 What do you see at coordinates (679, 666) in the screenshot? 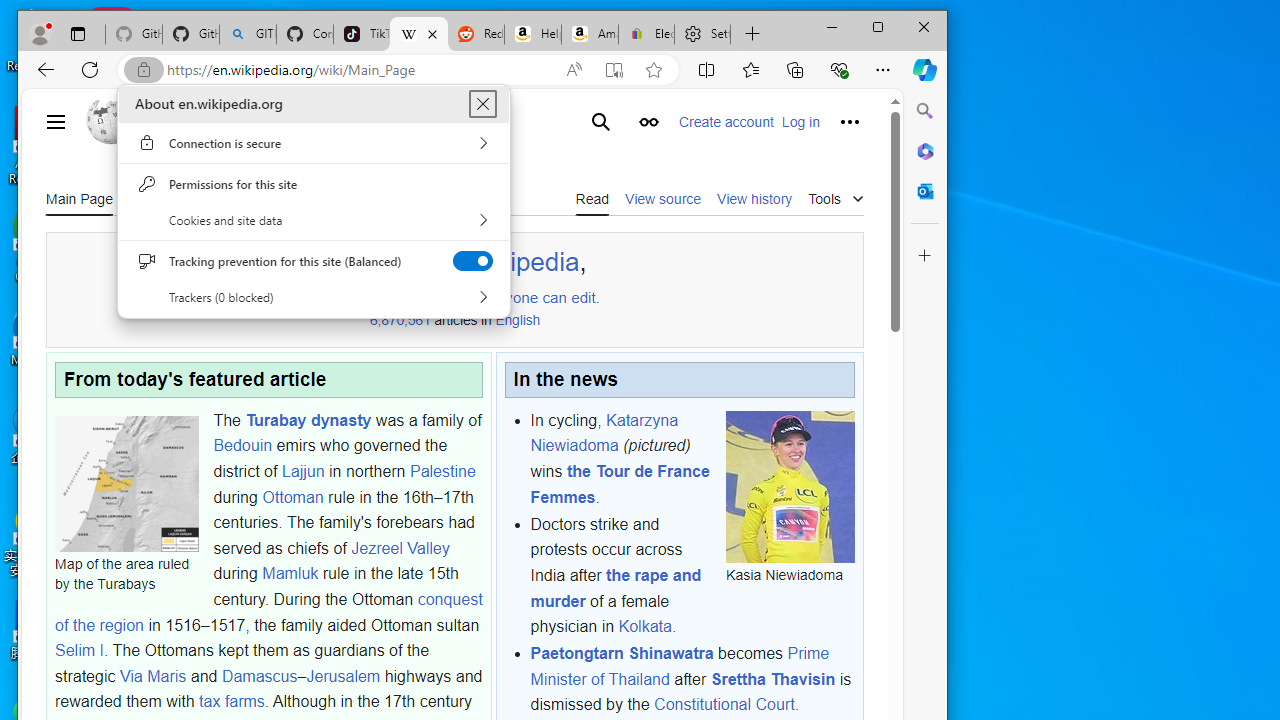
I see `'Prime Minister of Thailand'` at bounding box center [679, 666].